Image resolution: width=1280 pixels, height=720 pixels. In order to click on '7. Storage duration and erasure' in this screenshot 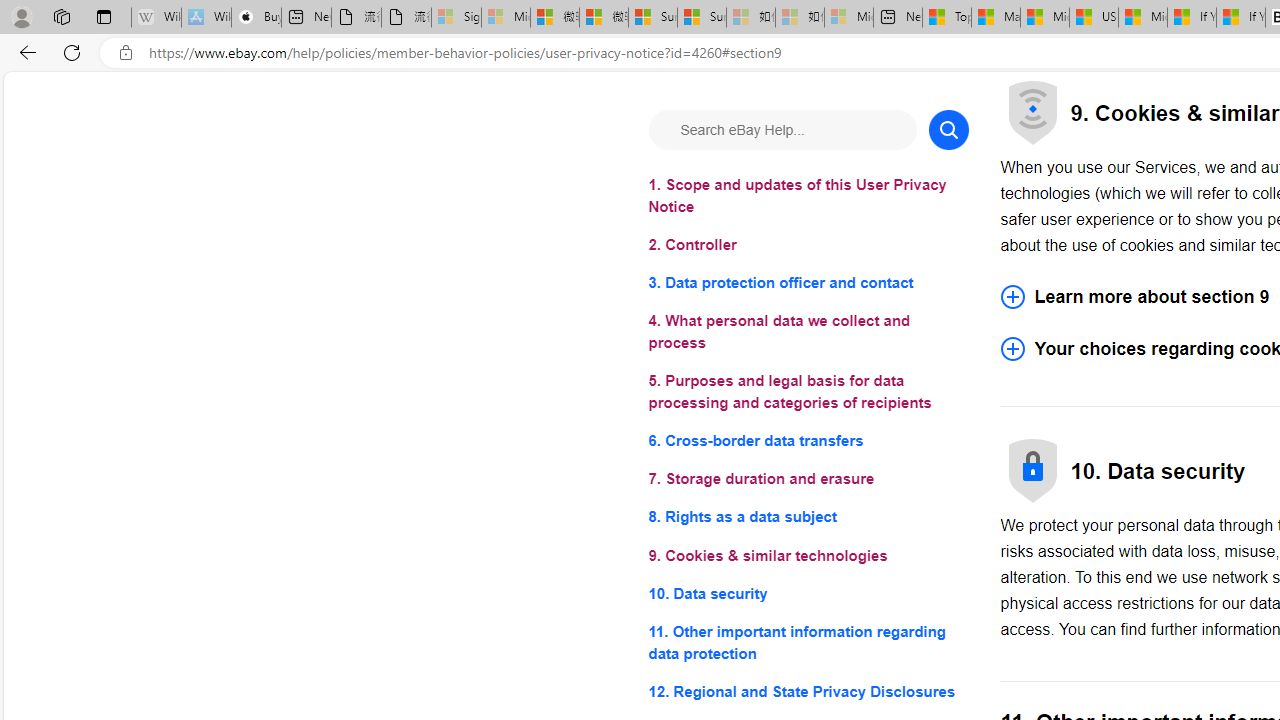, I will do `click(808, 479)`.